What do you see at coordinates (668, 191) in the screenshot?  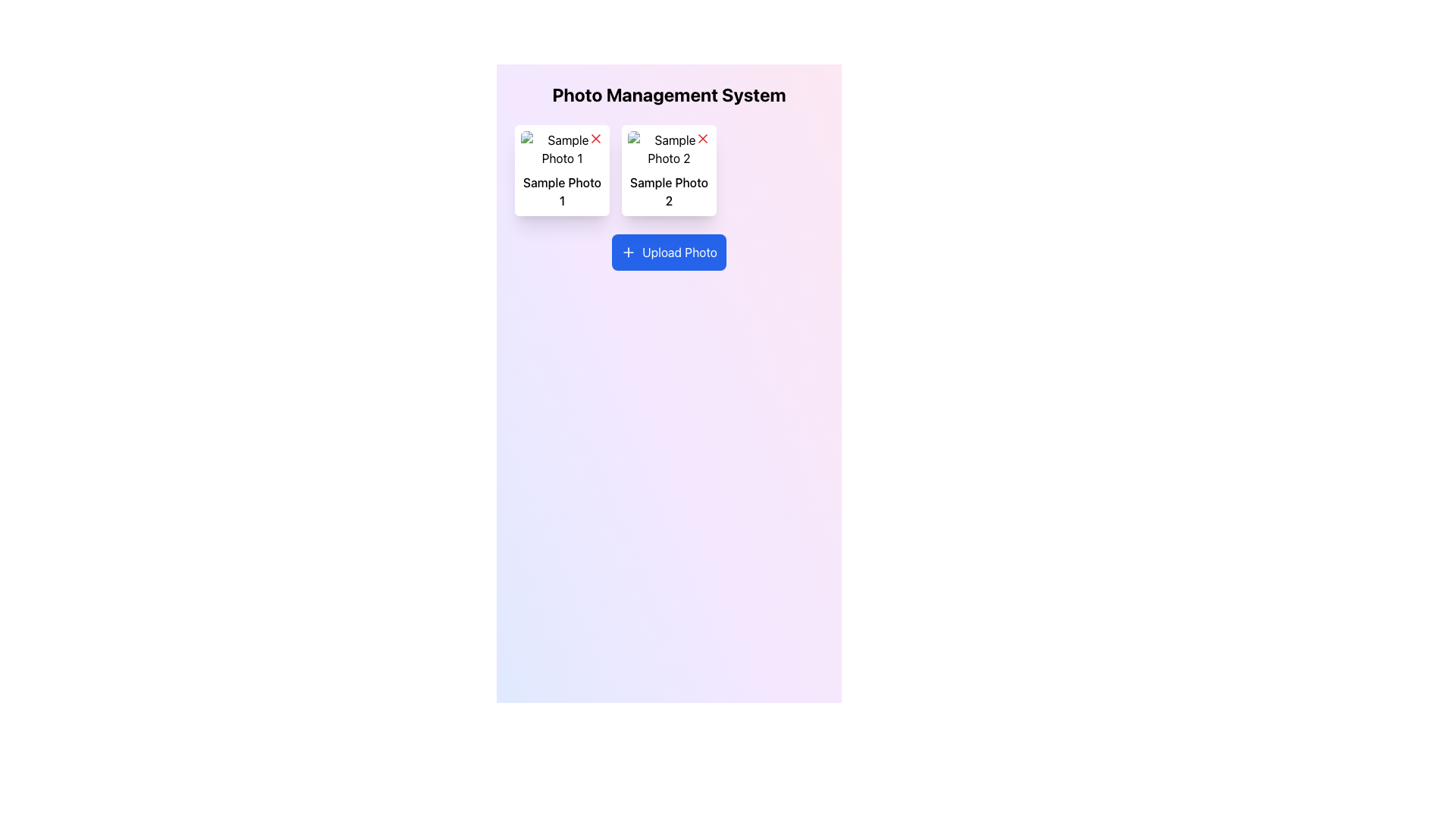 I see `text content of the text label displaying 'Sample Photo 2', which is black, center-aligned, and located at the bottom center of the second photo card` at bounding box center [668, 191].